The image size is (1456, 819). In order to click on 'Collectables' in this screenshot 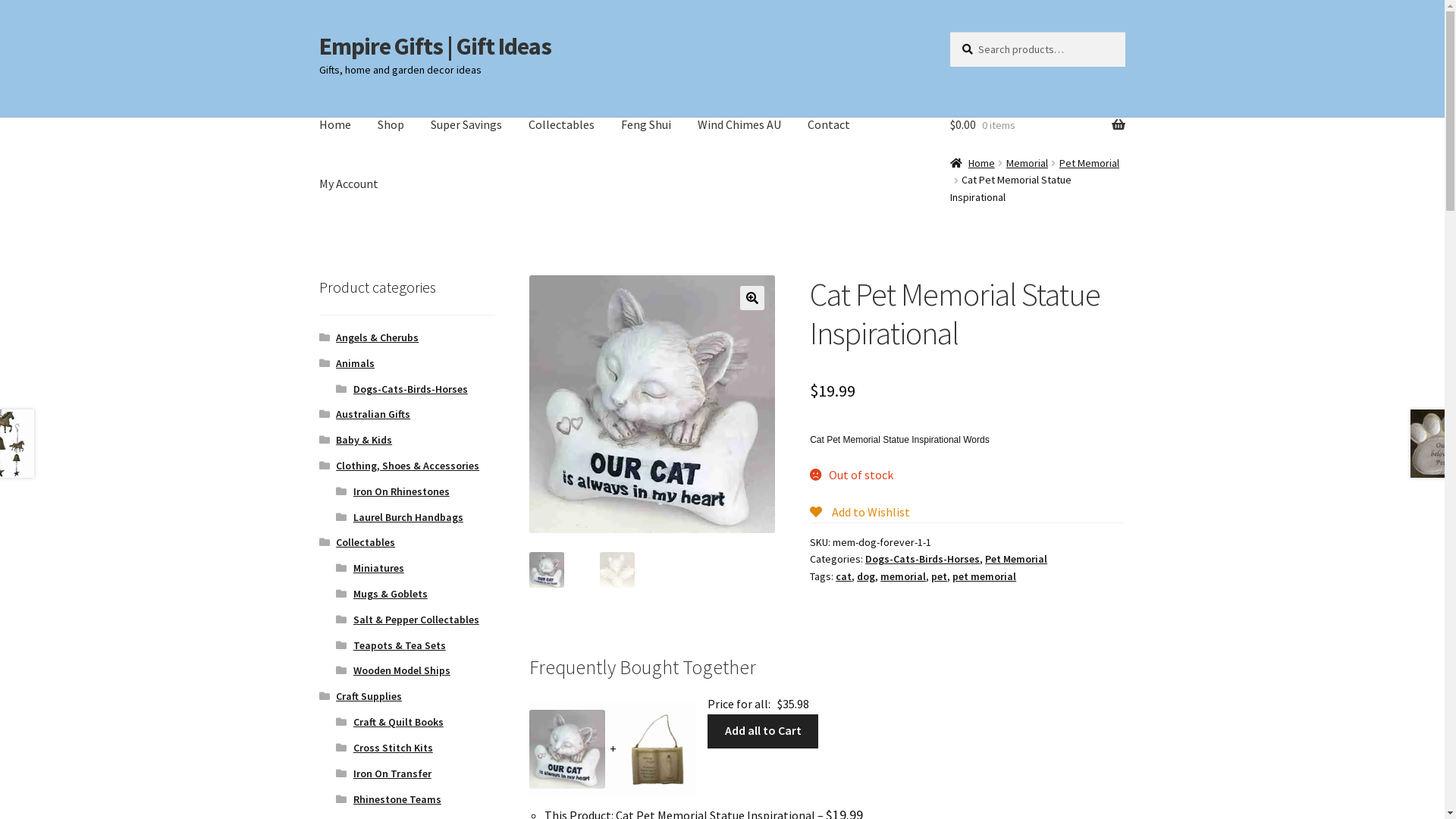, I will do `click(560, 124)`.